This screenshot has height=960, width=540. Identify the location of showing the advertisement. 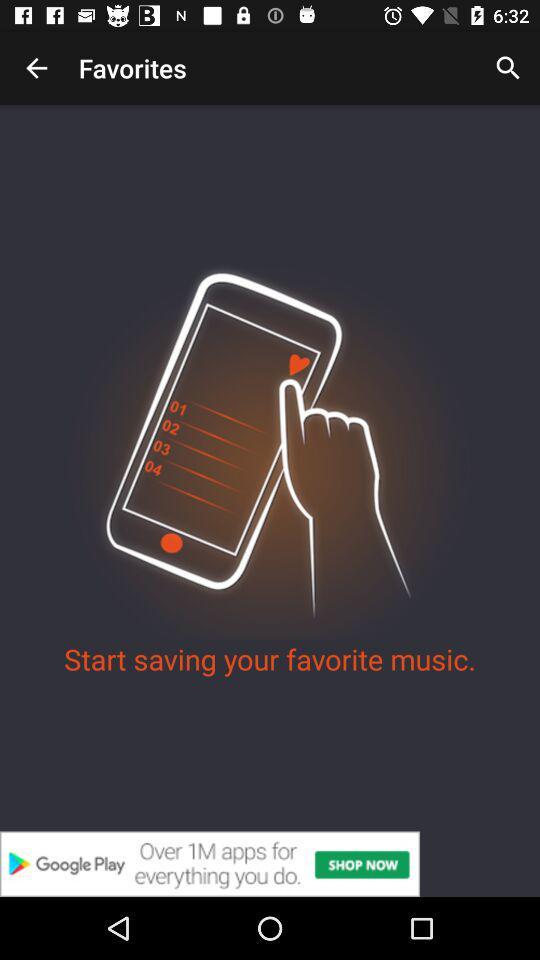
(270, 863).